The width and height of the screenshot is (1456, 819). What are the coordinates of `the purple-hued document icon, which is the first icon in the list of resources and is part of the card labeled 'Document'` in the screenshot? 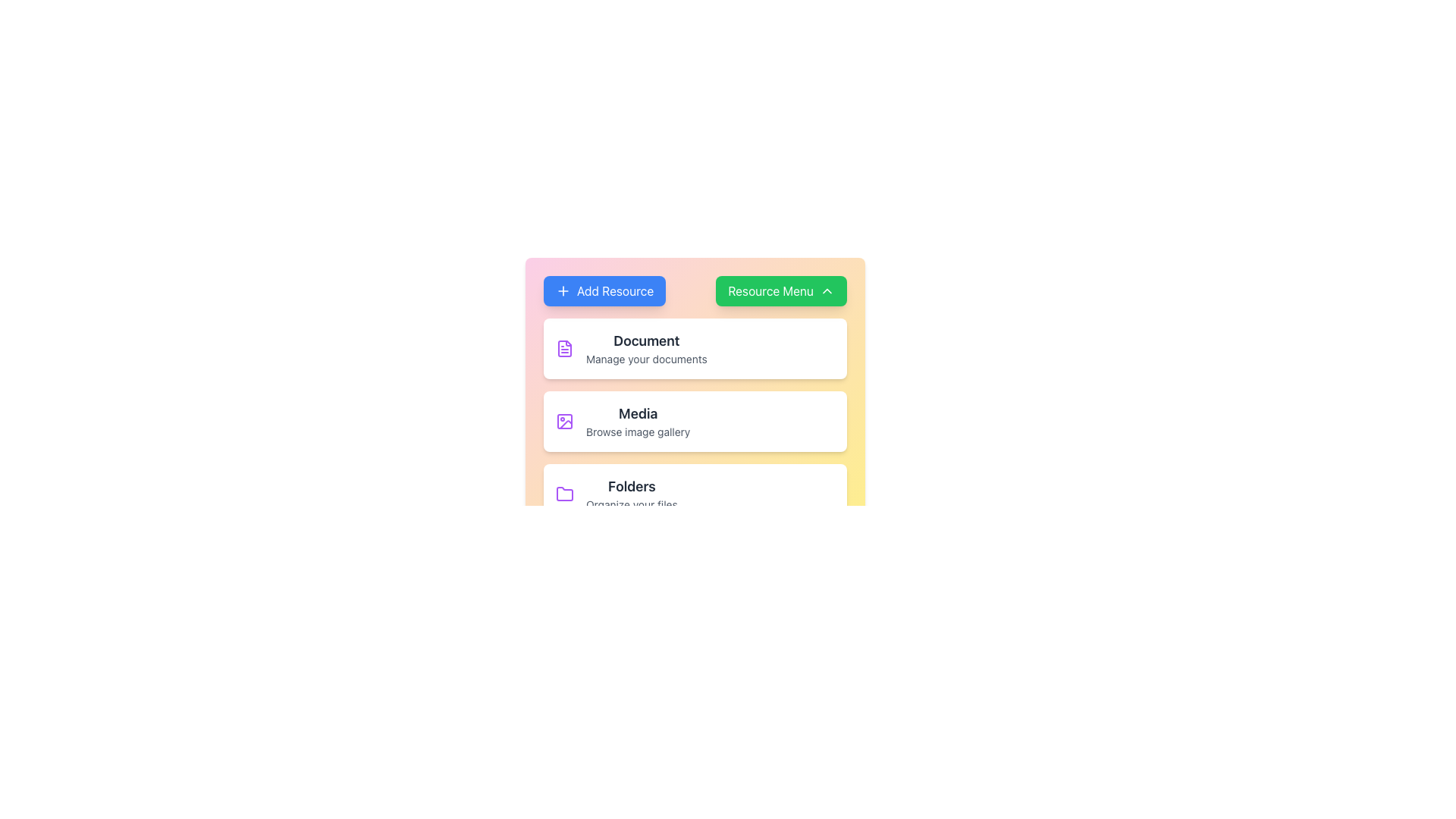 It's located at (563, 348).